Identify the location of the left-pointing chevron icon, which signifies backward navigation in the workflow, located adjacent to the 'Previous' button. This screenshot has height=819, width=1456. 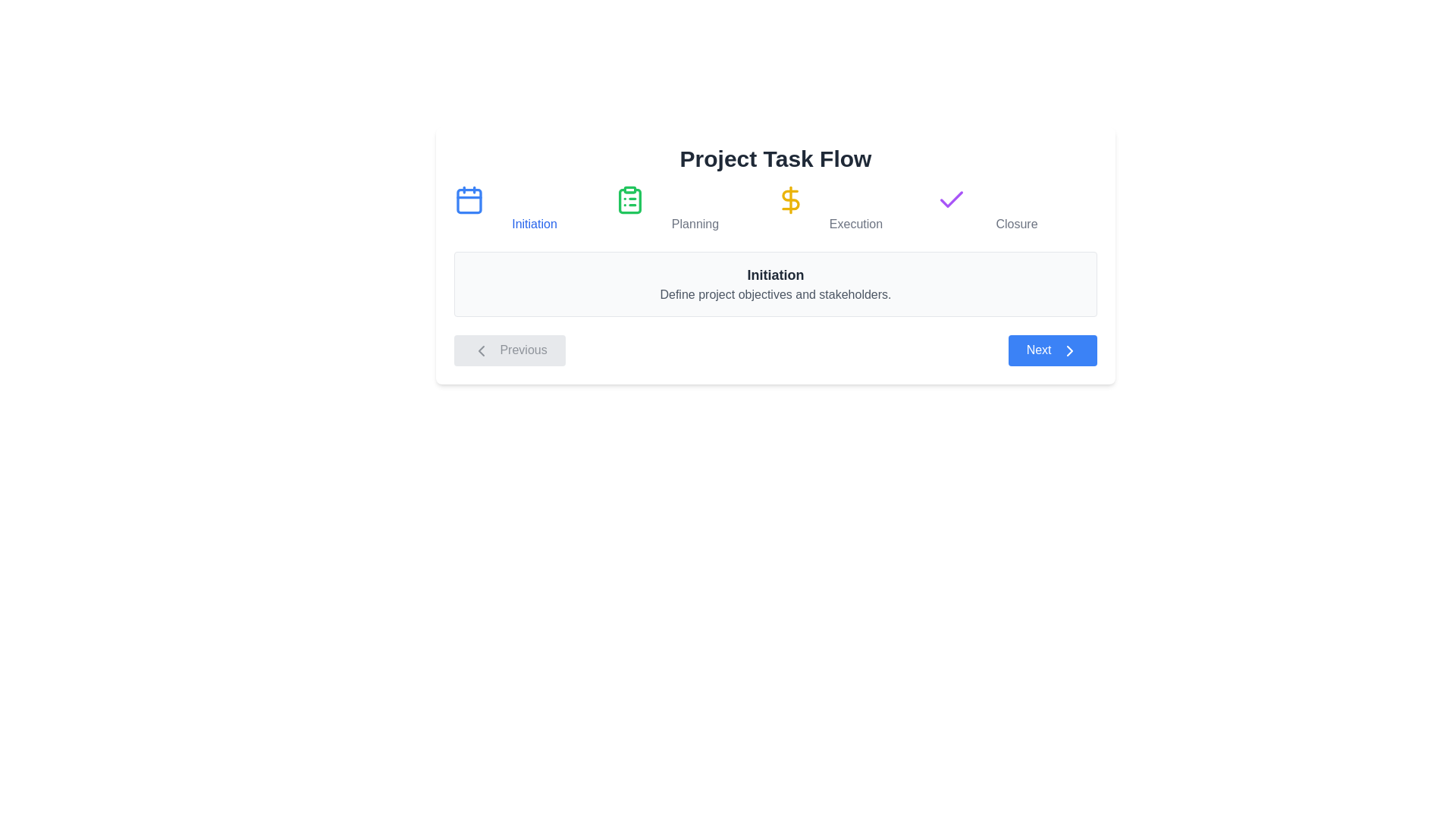
(480, 350).